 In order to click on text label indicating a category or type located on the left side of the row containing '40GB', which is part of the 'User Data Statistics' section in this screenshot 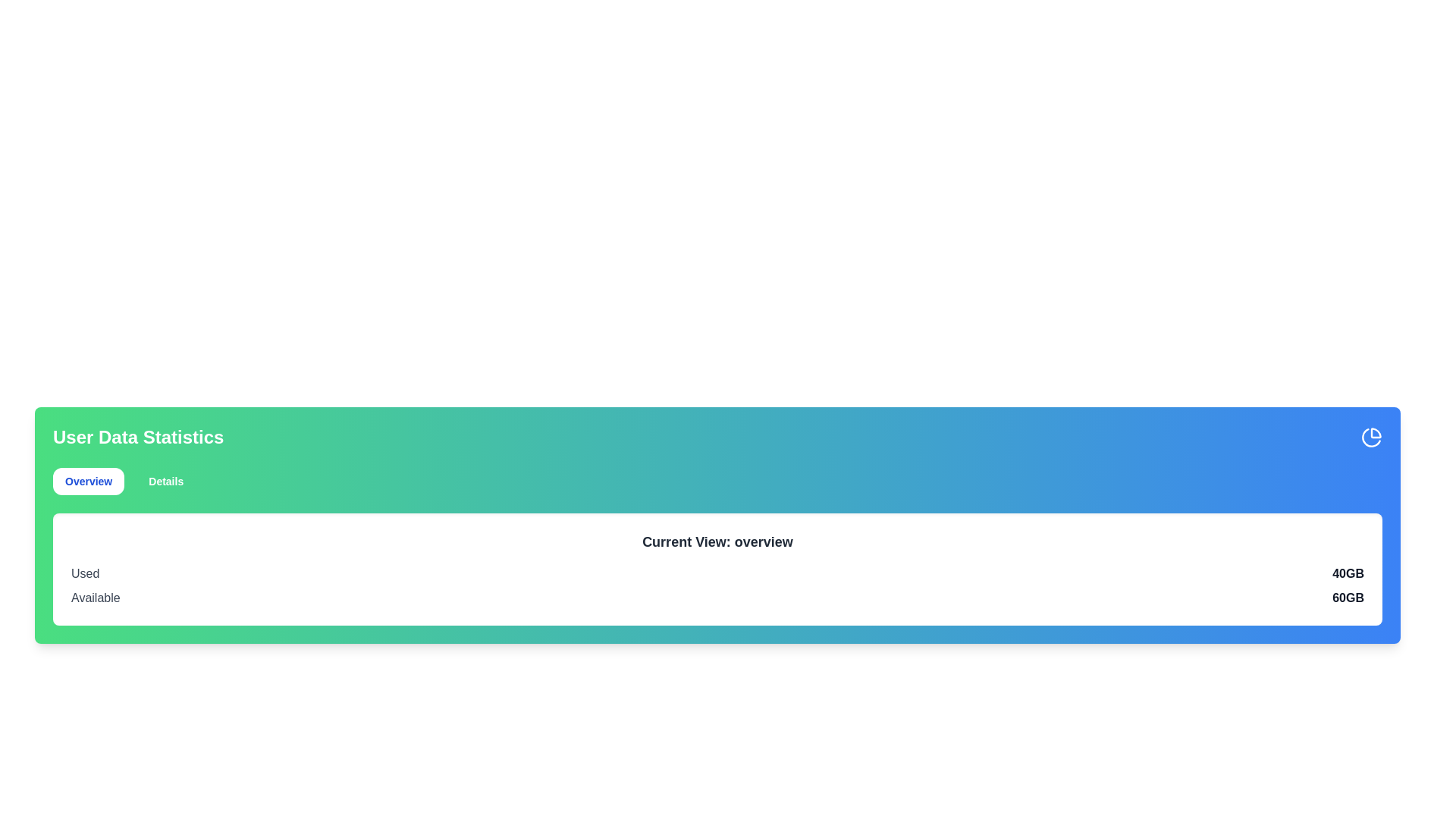, I will do `click(84, 573)`.